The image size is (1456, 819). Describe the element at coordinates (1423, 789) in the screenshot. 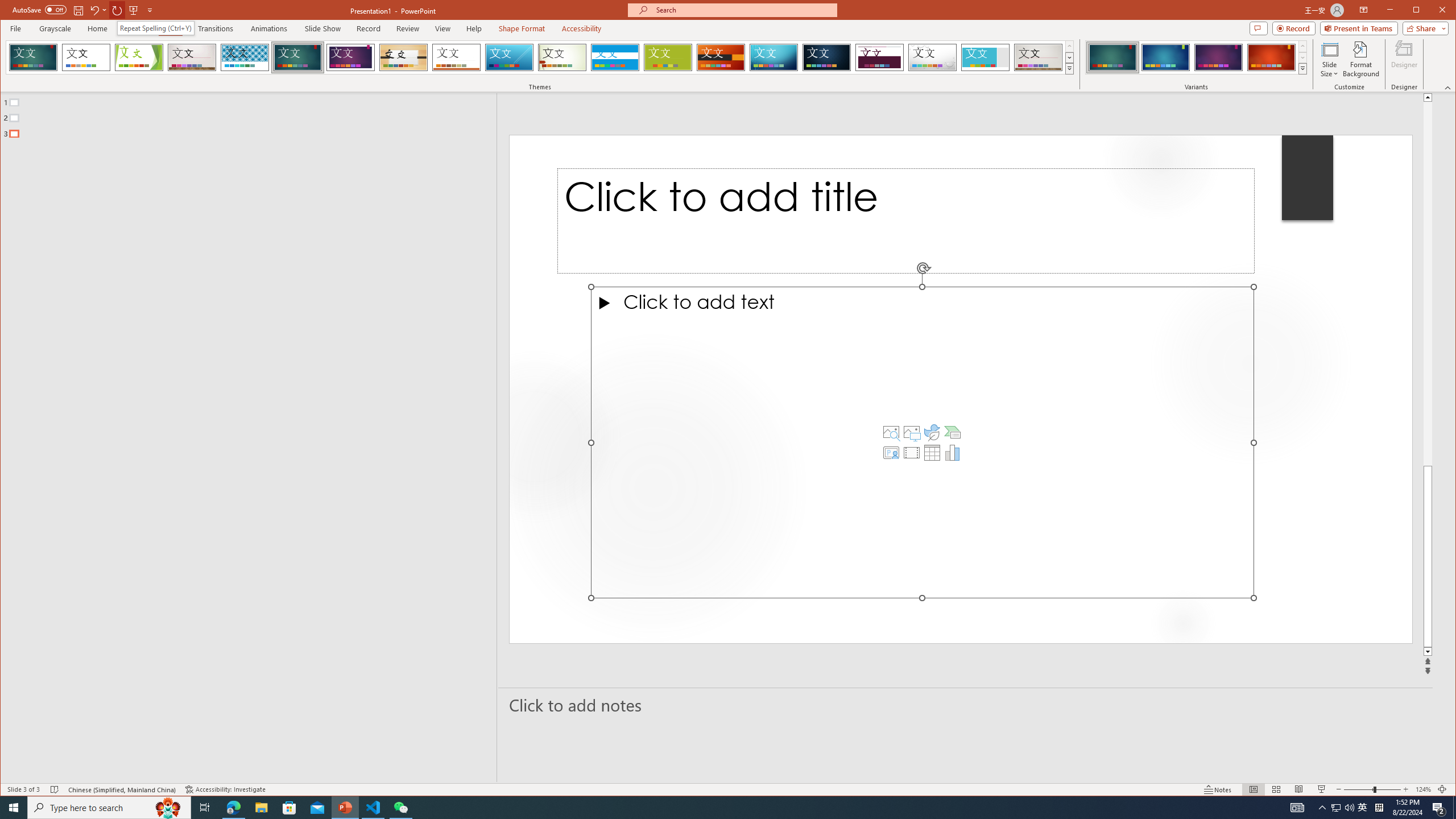

I see `'Zoom 124%'` at that location.